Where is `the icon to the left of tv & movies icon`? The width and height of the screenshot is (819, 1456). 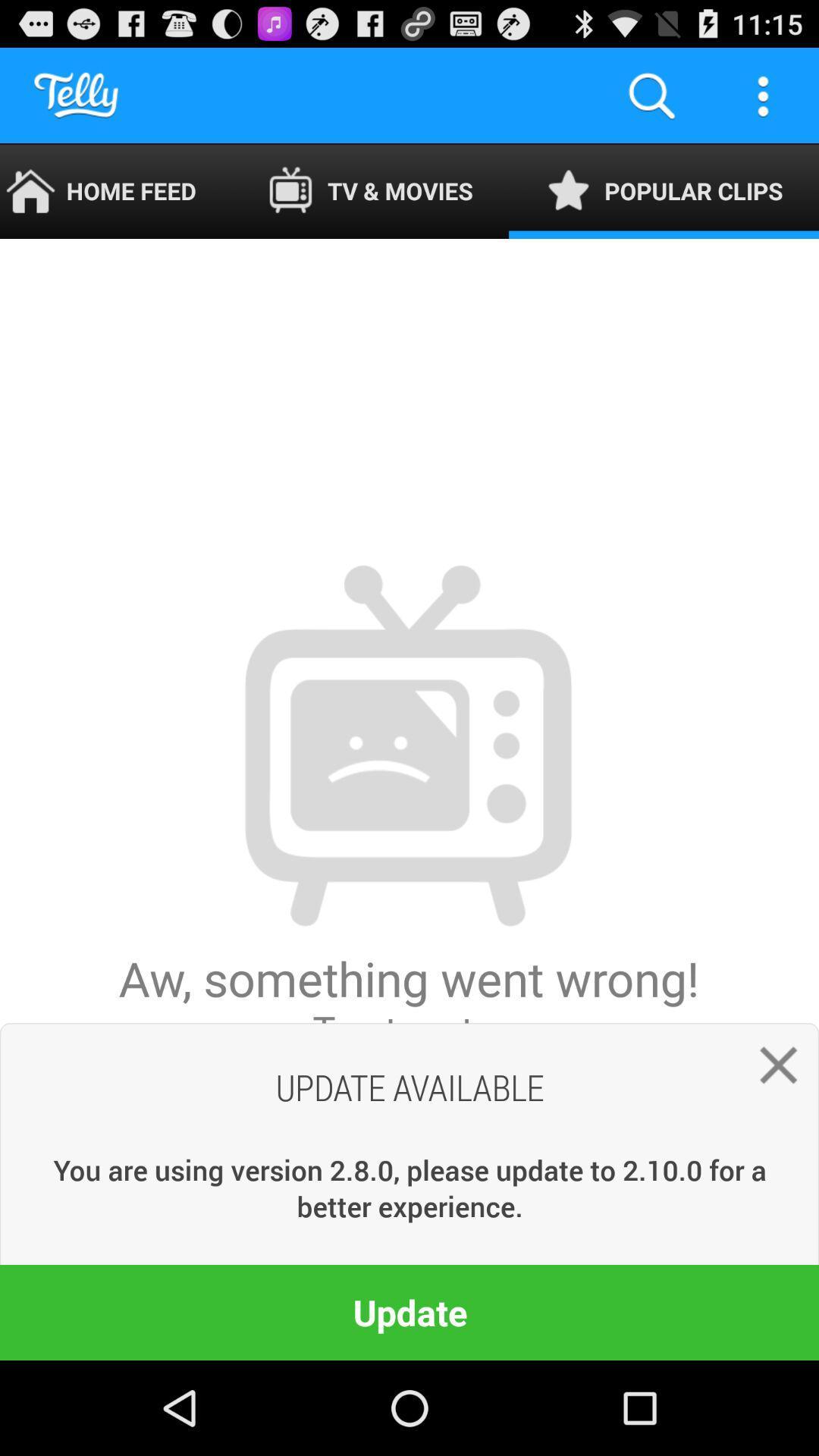 the icon to the left of tv & movies icon is located at coordinates (115, 190).